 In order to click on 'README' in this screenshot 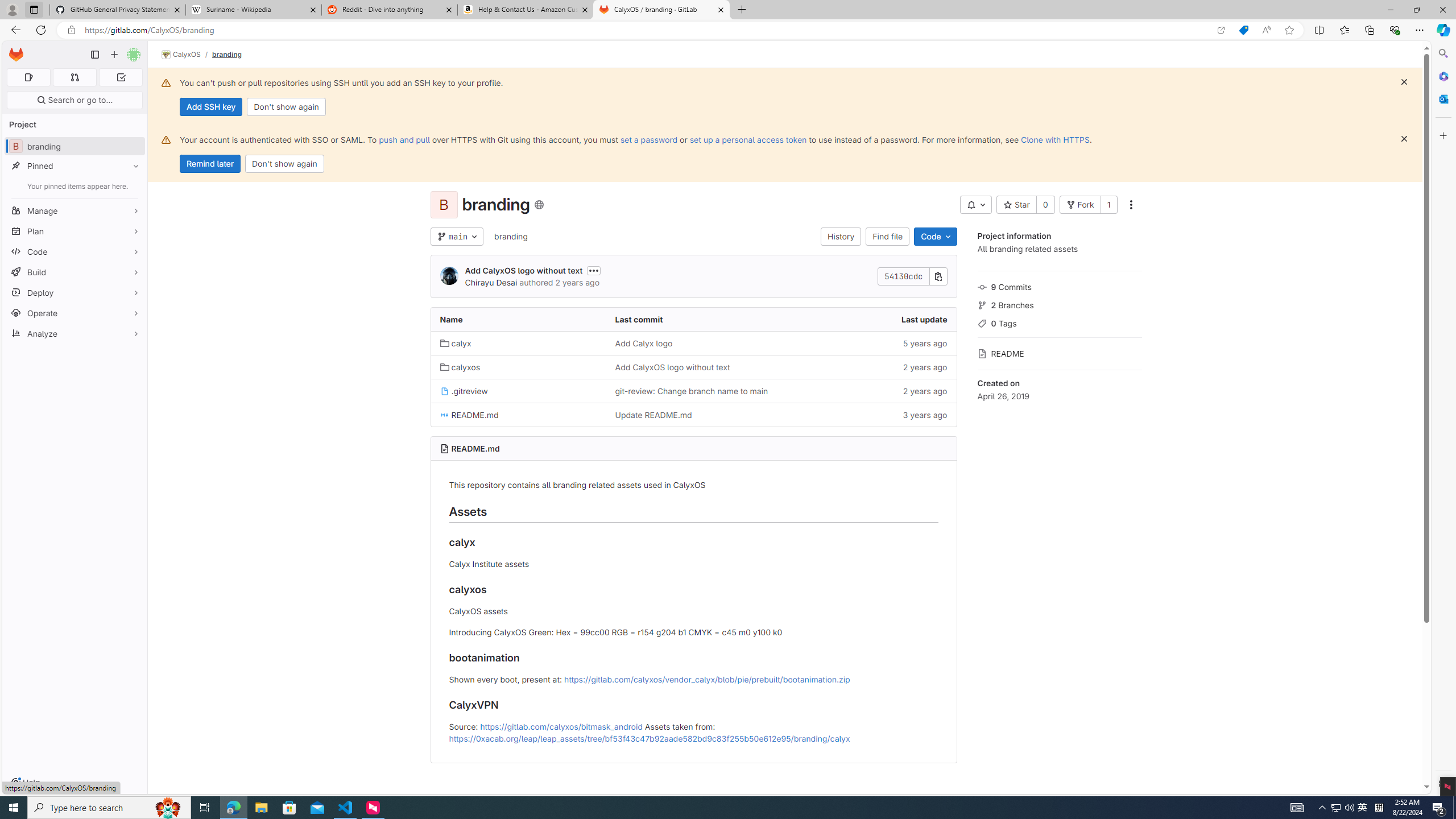, I will do `click(1059, 351)`.